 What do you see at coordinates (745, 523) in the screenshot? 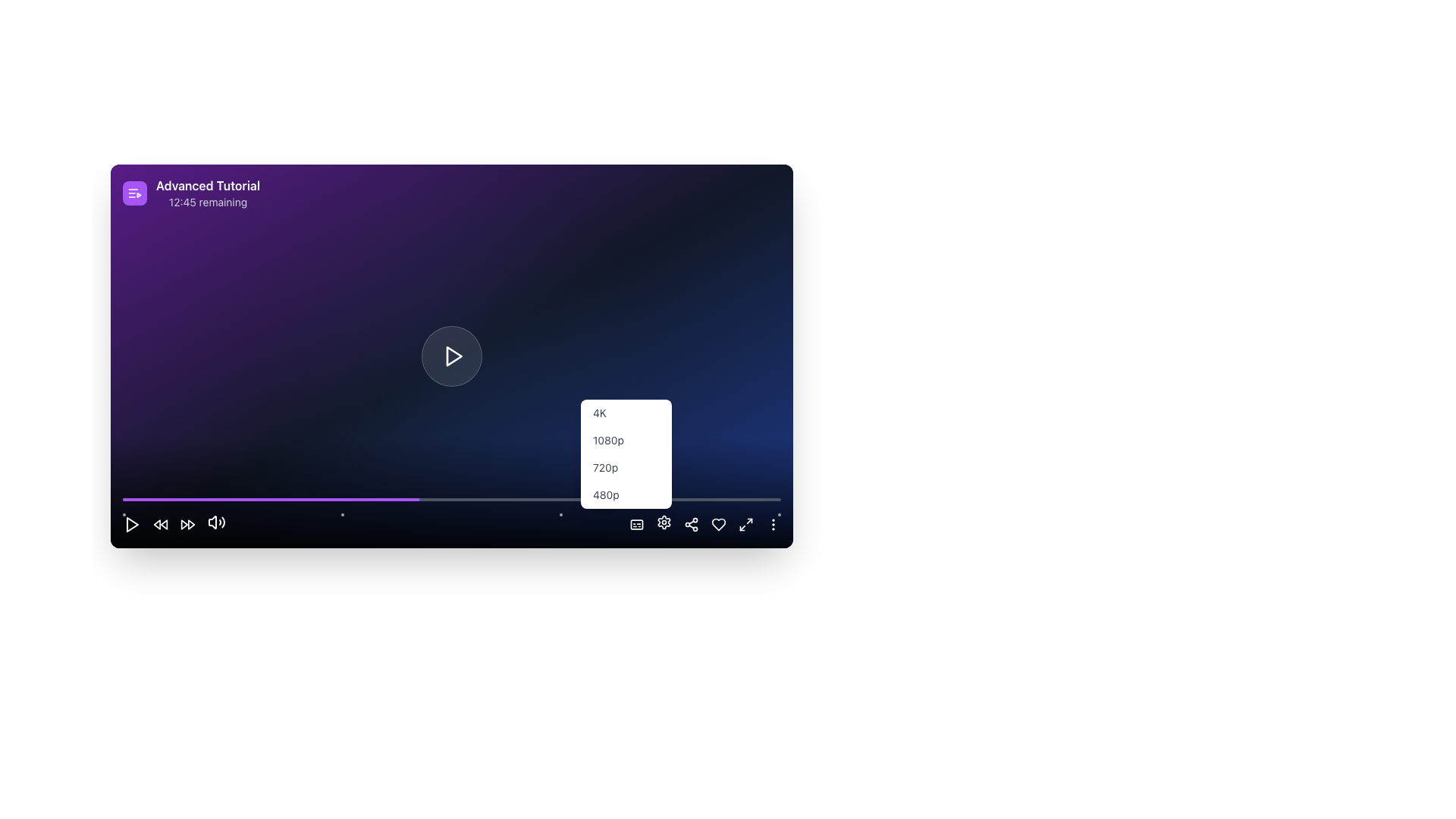
I see `the maximize button located at the bottom-right corner of the interface, which is the seventh interactive component in the row of icons, situated after a heart icon` at bounding box center [745, 523].